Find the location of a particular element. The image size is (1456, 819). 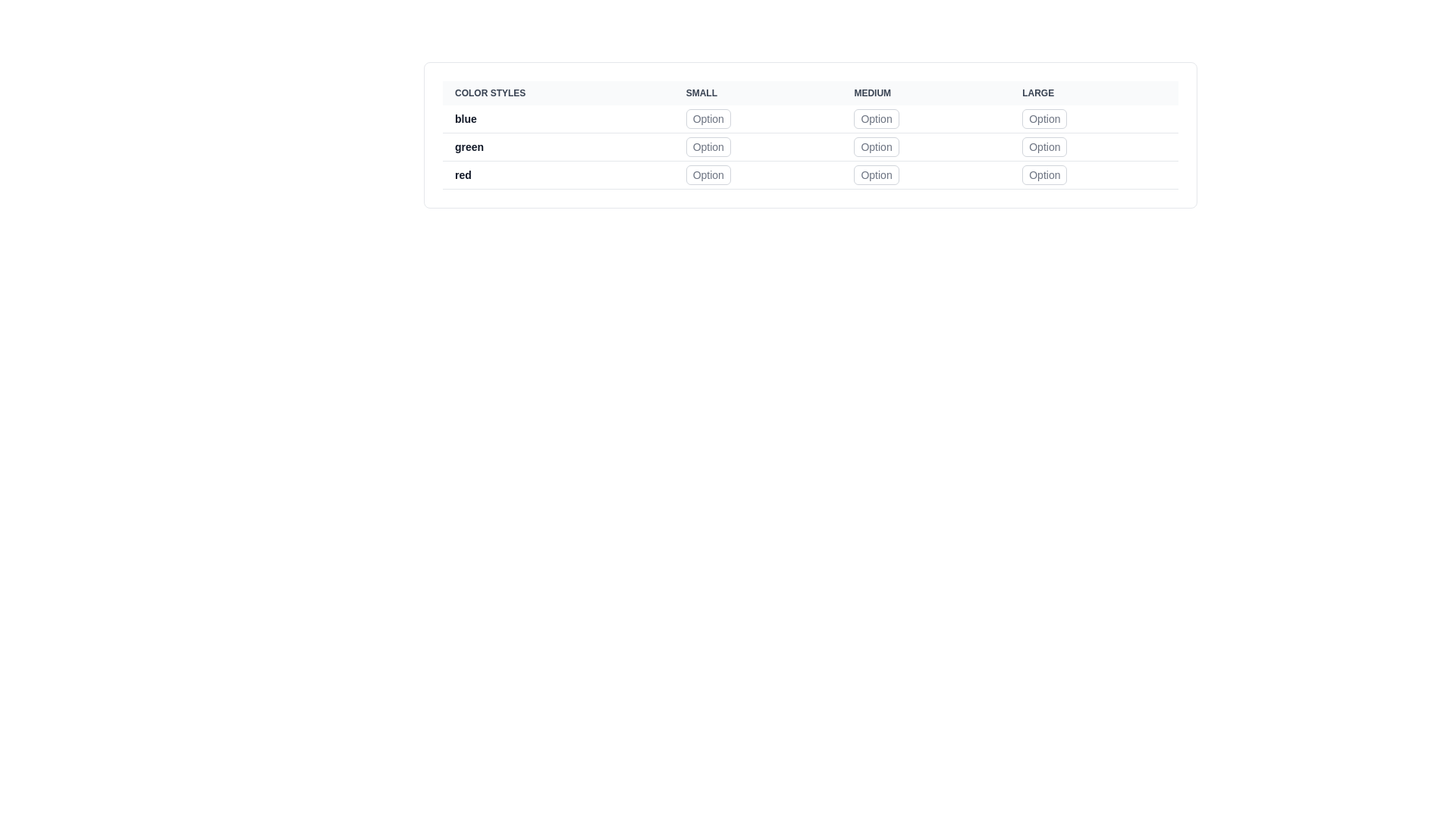

the button labeled 'Option' with a light red background located in the third row and second column of the grid layout is located at coordinates (877, 174).